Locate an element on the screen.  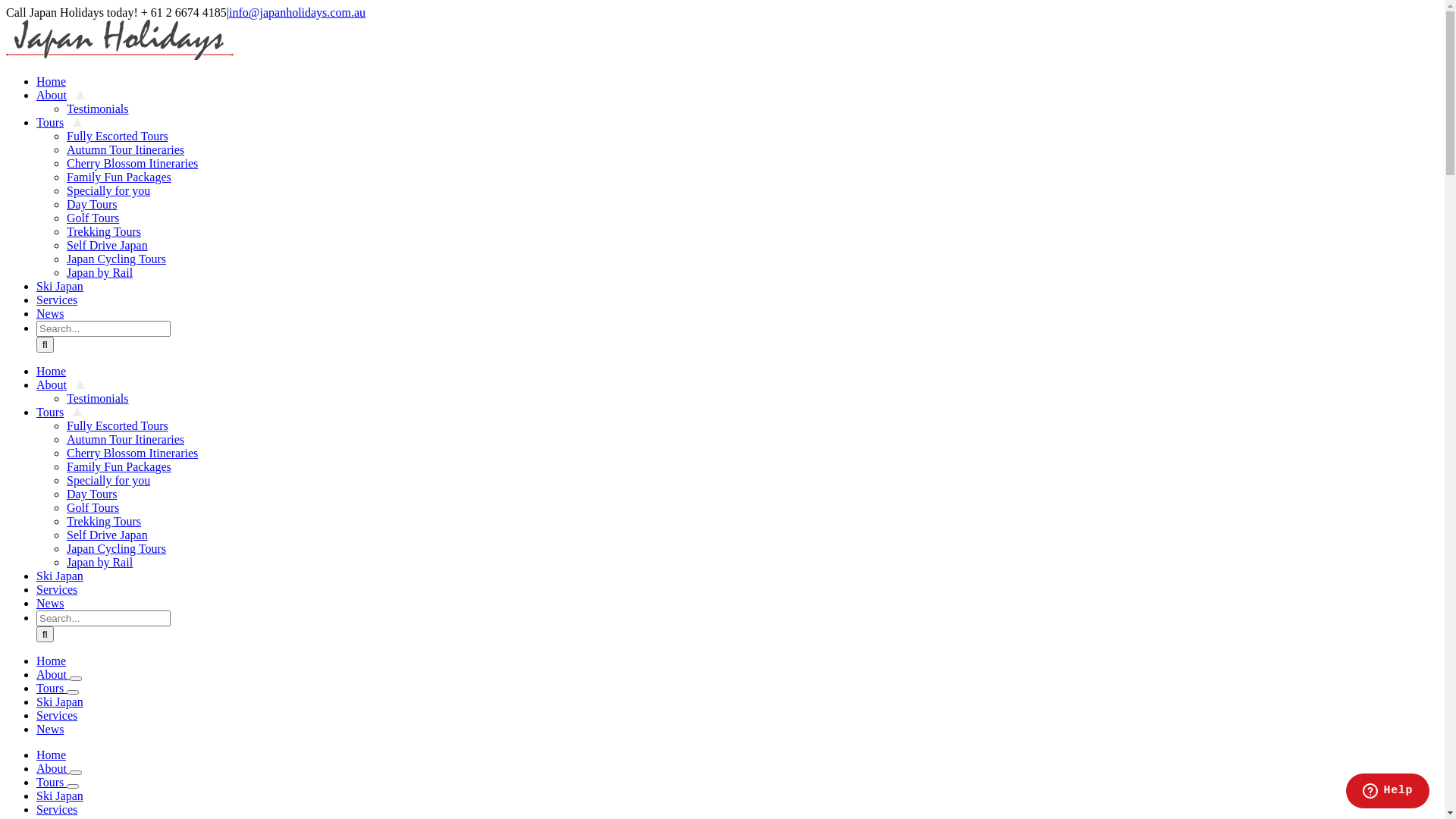
'Autumn Tour Itineraries' is located at coordinates (125, 439).